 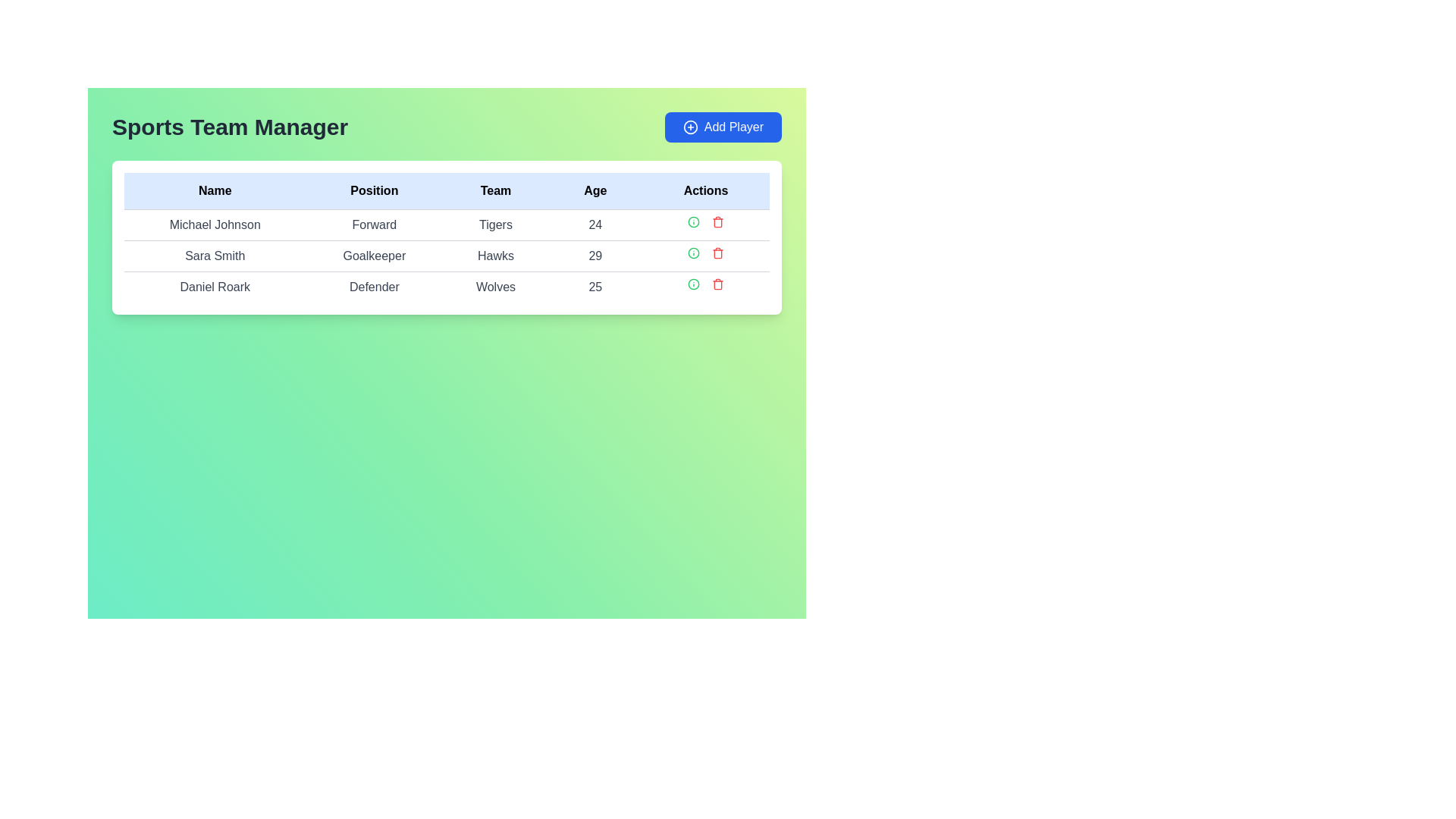 What do you see at coordinates (214, 256) in the screenshot?
I see `the Text label displaying 'Sara Smith', which is the second entry in the 'Name' column of the table, aligned with the 'Goalkeeper' entry in the 'Position' column` at bounding box center [214, 256].